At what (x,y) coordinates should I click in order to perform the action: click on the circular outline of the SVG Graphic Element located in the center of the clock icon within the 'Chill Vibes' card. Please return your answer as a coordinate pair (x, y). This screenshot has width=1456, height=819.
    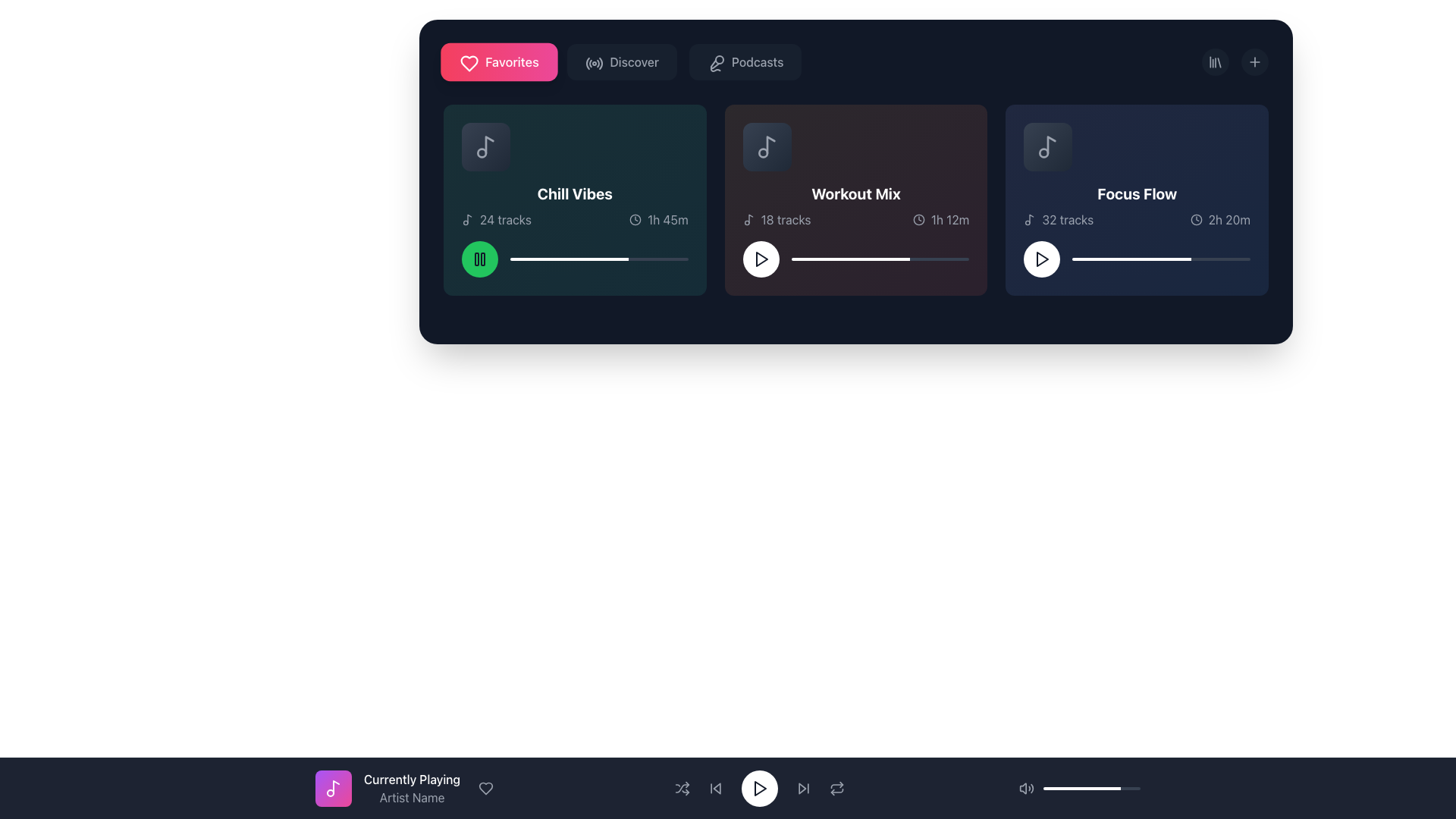
    Looking at the image, I should click on (635, 219).